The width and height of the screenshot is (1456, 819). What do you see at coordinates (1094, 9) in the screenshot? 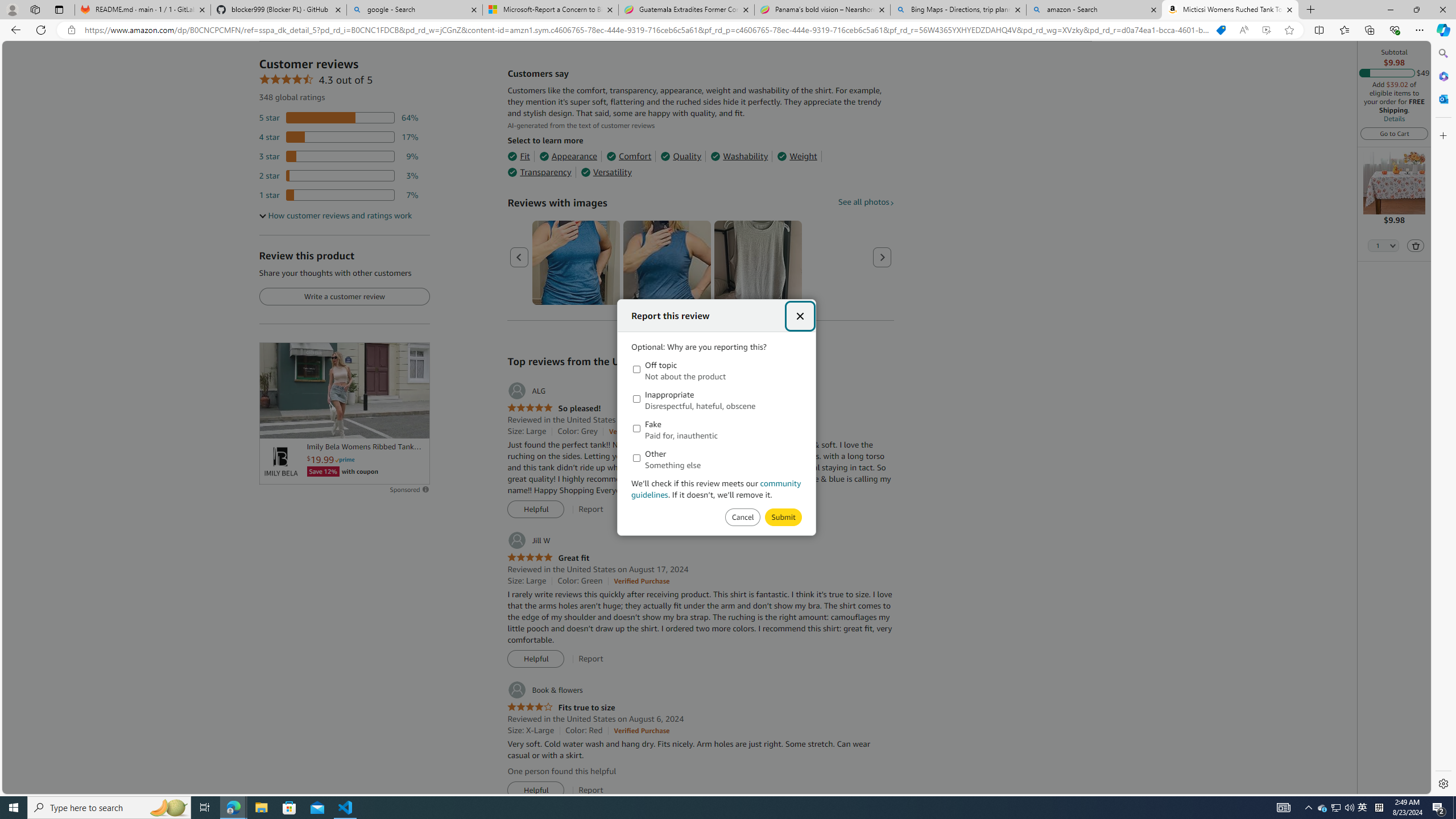
I see `'amazon - Search'` at bounding box center [1094, 9].